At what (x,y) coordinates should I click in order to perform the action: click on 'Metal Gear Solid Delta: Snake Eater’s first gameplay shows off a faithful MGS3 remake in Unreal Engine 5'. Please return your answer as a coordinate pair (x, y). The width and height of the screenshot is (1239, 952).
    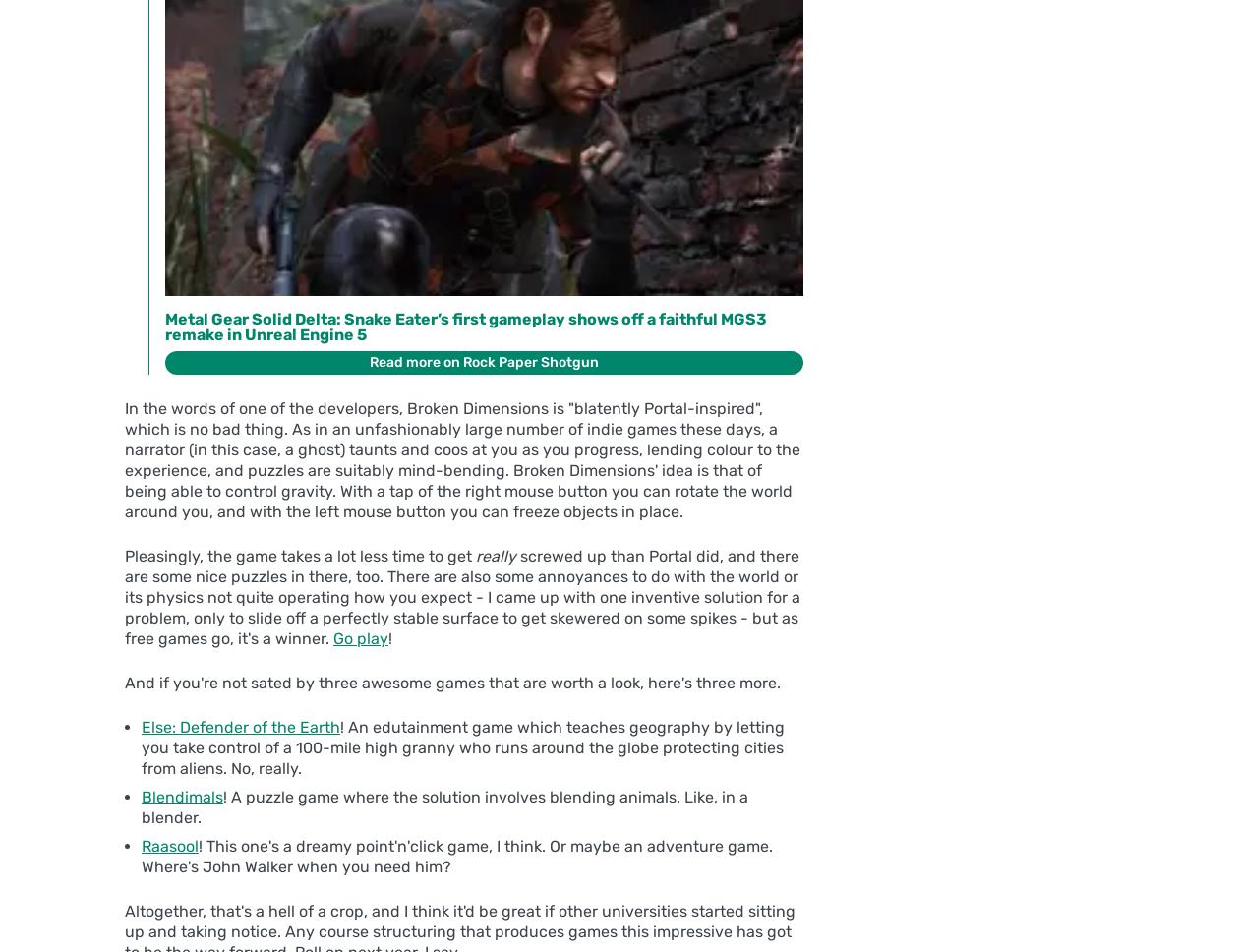
    Looking at the image, I should click on (164, 327).